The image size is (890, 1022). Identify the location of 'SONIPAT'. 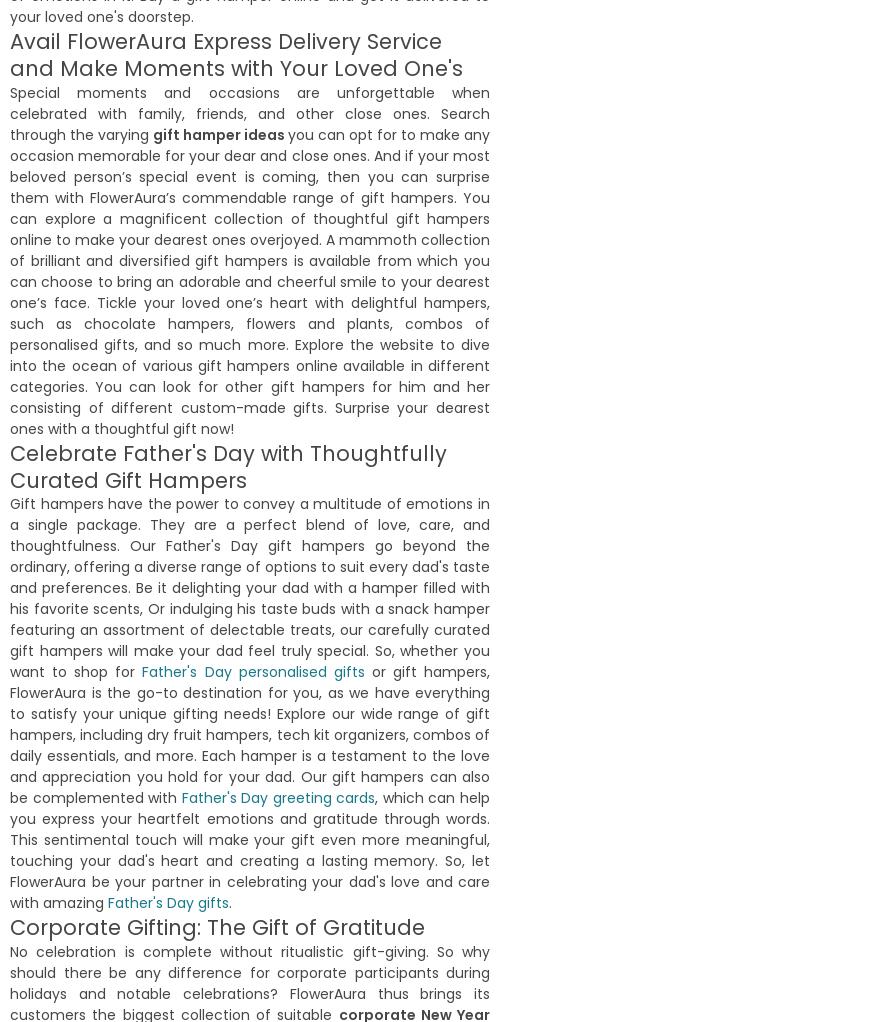
(45, 306).